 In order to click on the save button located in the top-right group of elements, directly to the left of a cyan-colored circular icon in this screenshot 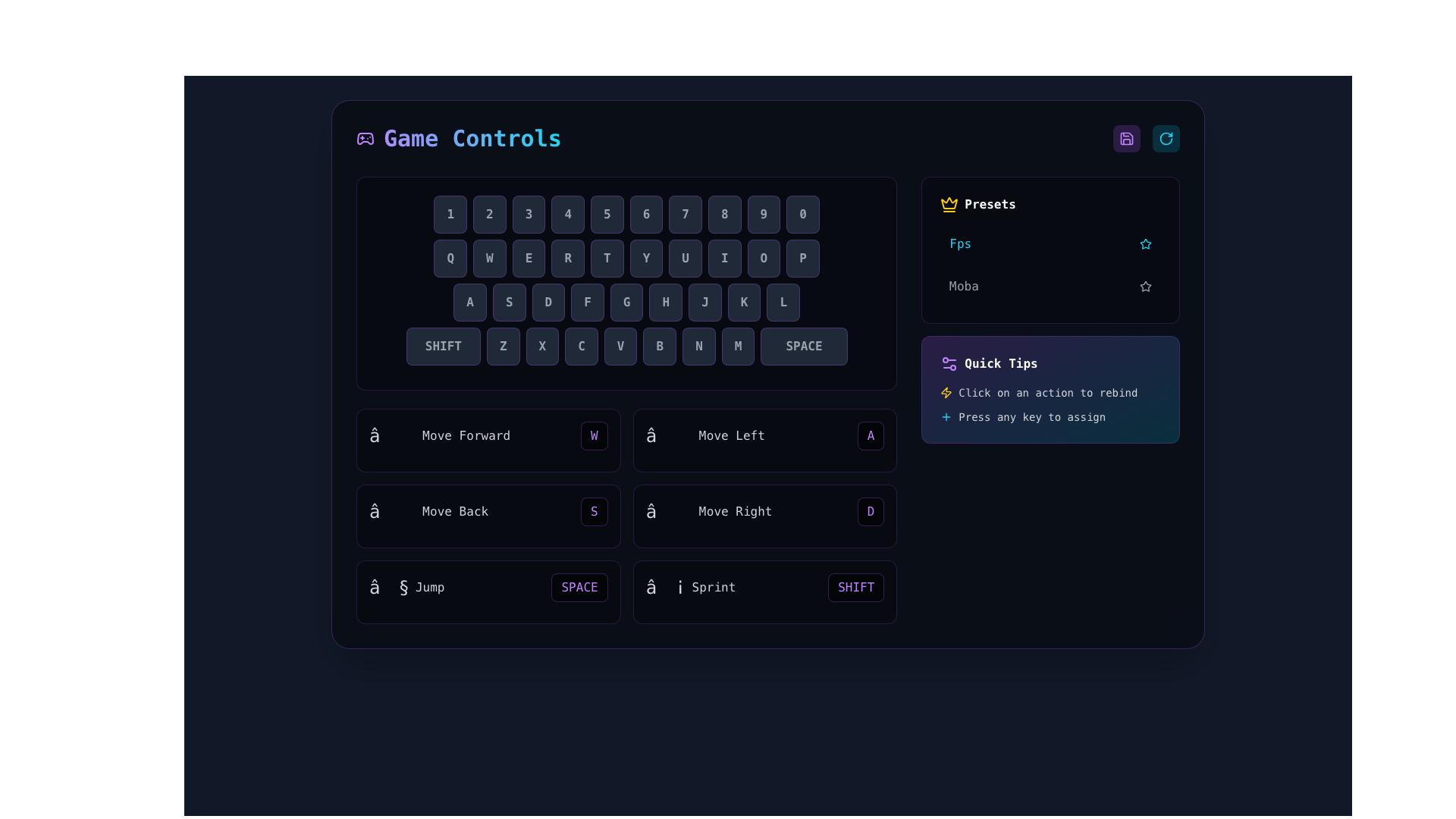, I will do `click(1127, 138)`.